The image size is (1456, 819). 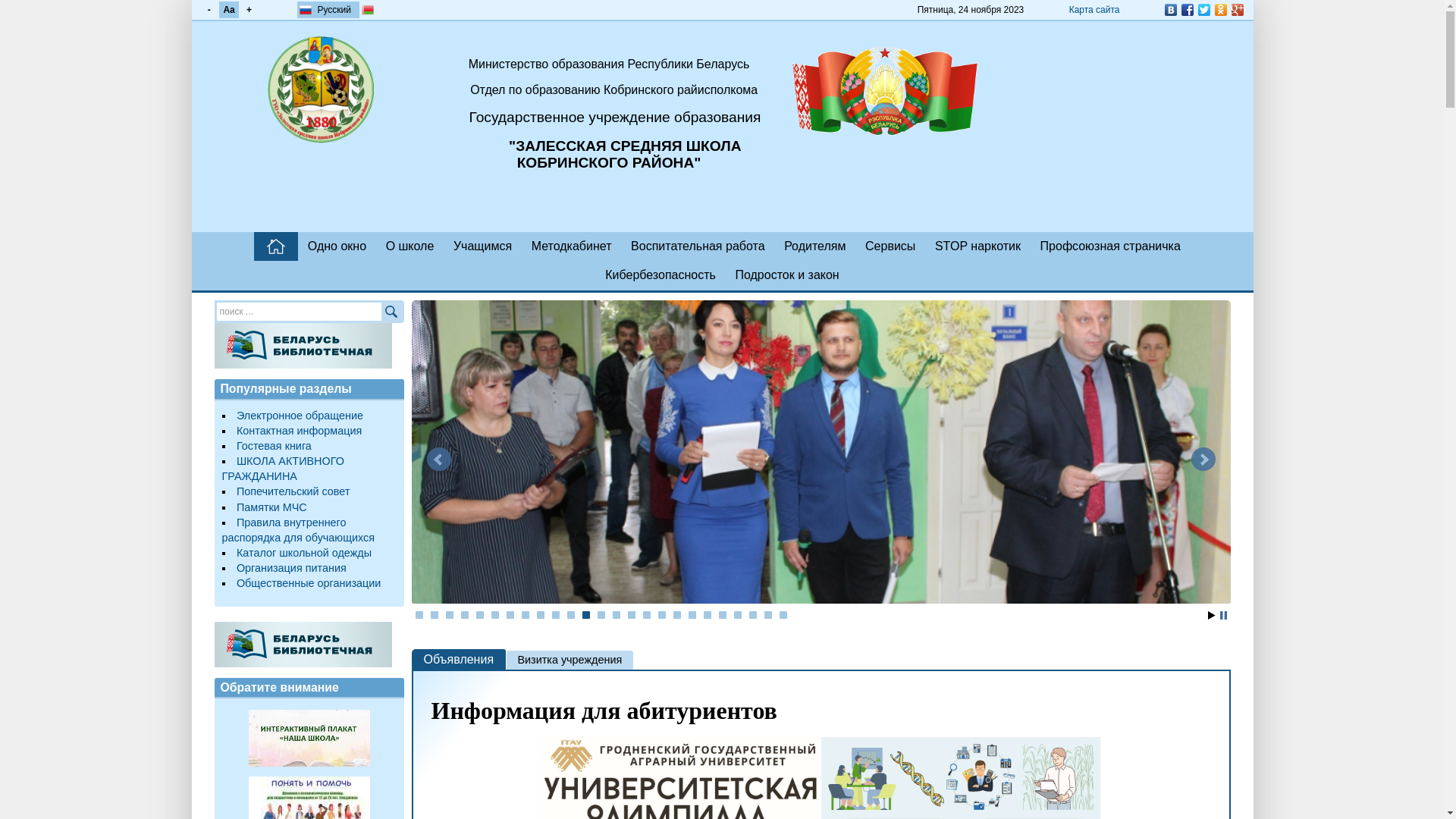 I want to click on '1', so click(x=419, y=614).